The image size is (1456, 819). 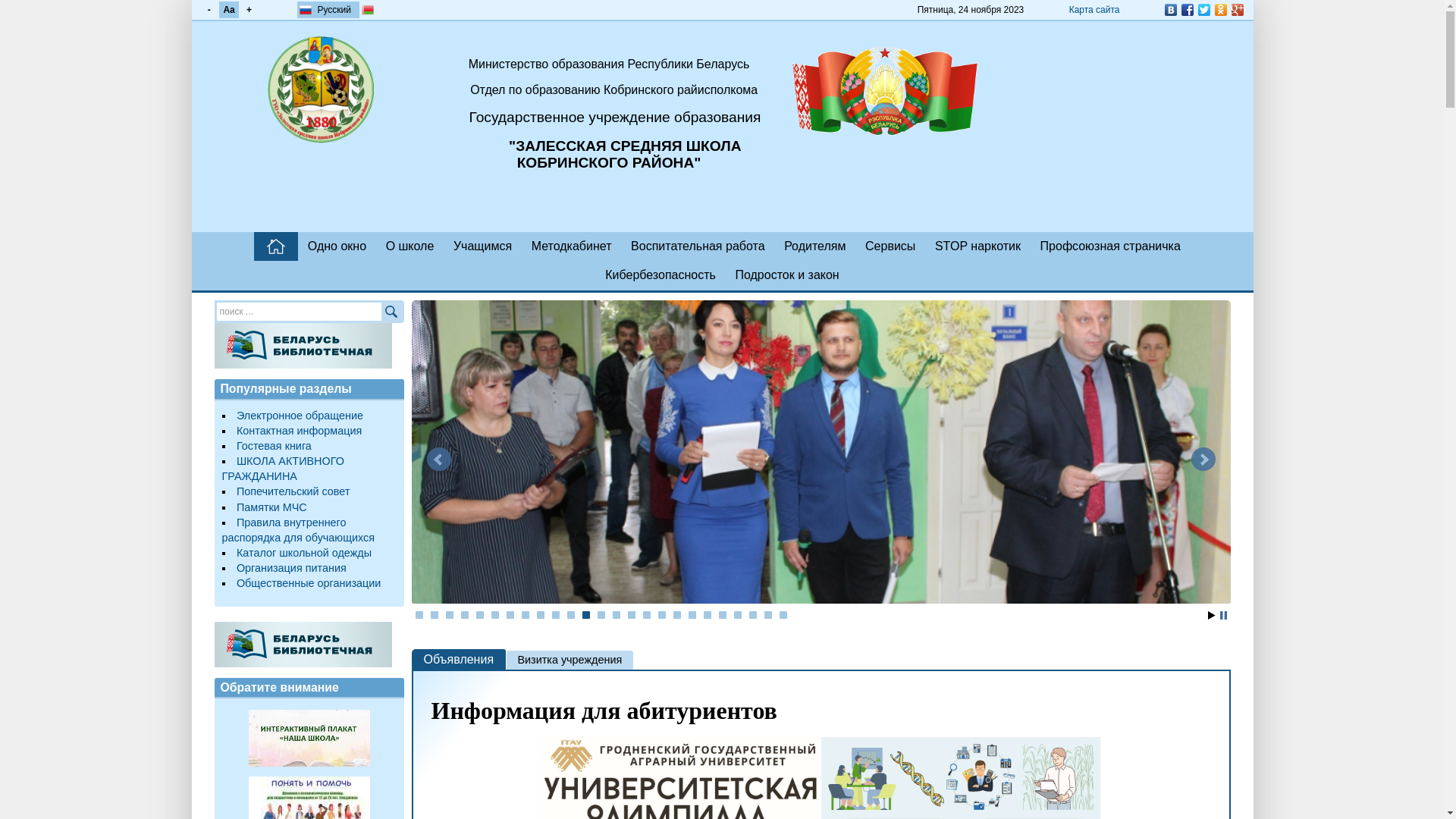 I want to click on '1', so click(x=419, y=614).